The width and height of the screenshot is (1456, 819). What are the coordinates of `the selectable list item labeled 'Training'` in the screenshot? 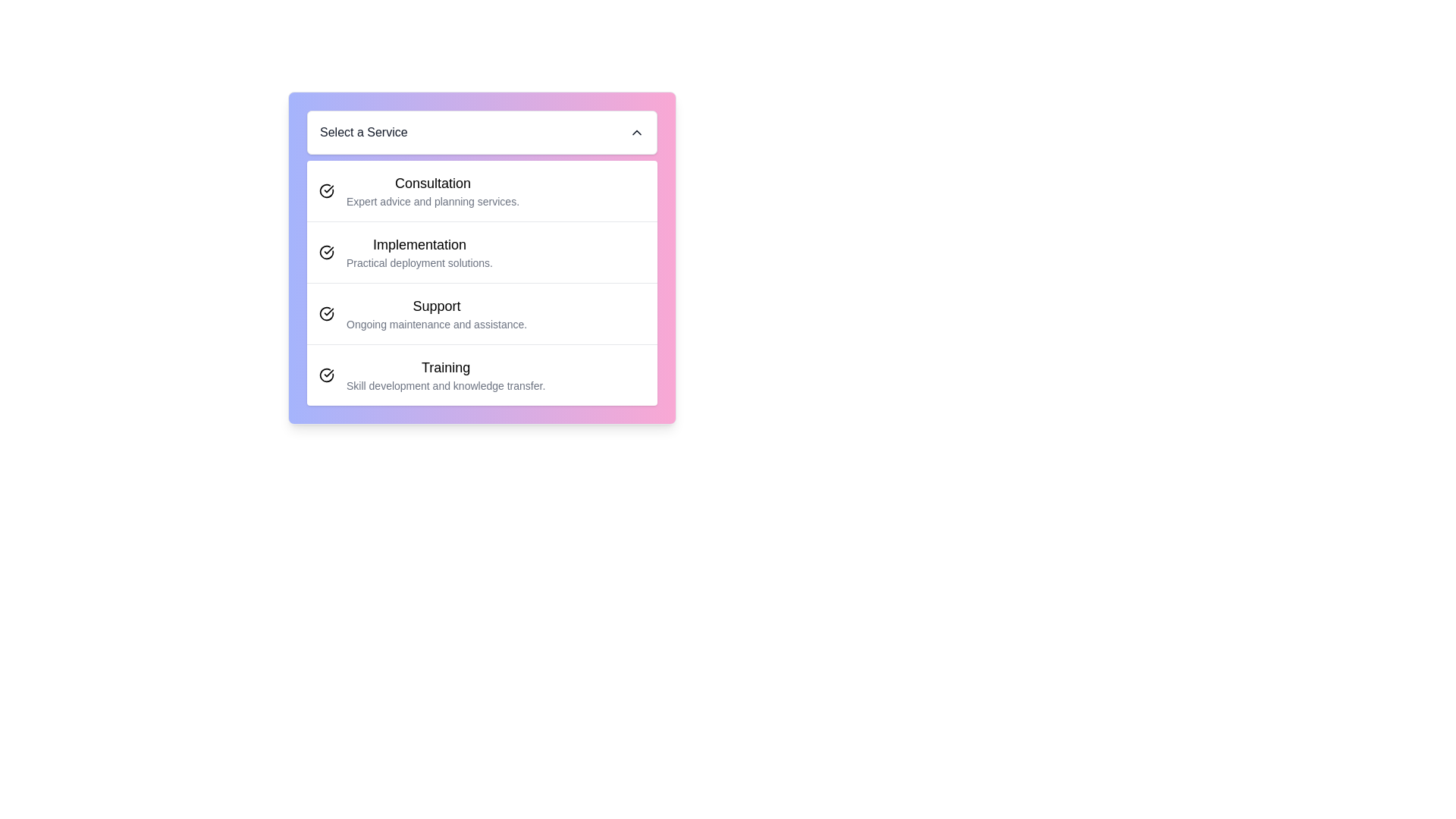 It's located at (481, 375).